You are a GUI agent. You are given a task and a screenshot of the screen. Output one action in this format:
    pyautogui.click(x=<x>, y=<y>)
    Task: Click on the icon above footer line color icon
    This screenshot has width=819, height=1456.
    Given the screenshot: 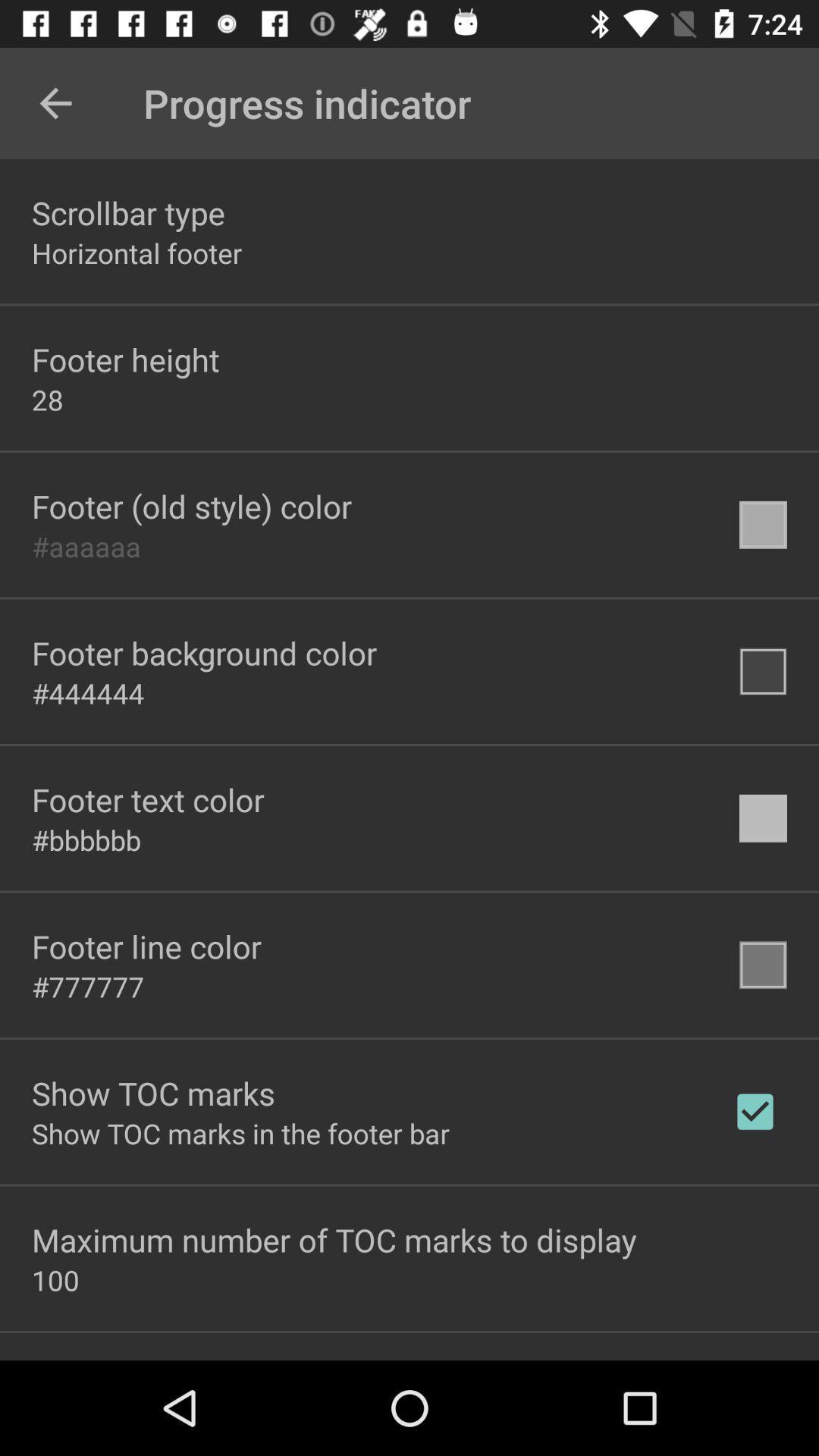 What is the action you would take?
    pyautogui.click(x=86, y=839)
    